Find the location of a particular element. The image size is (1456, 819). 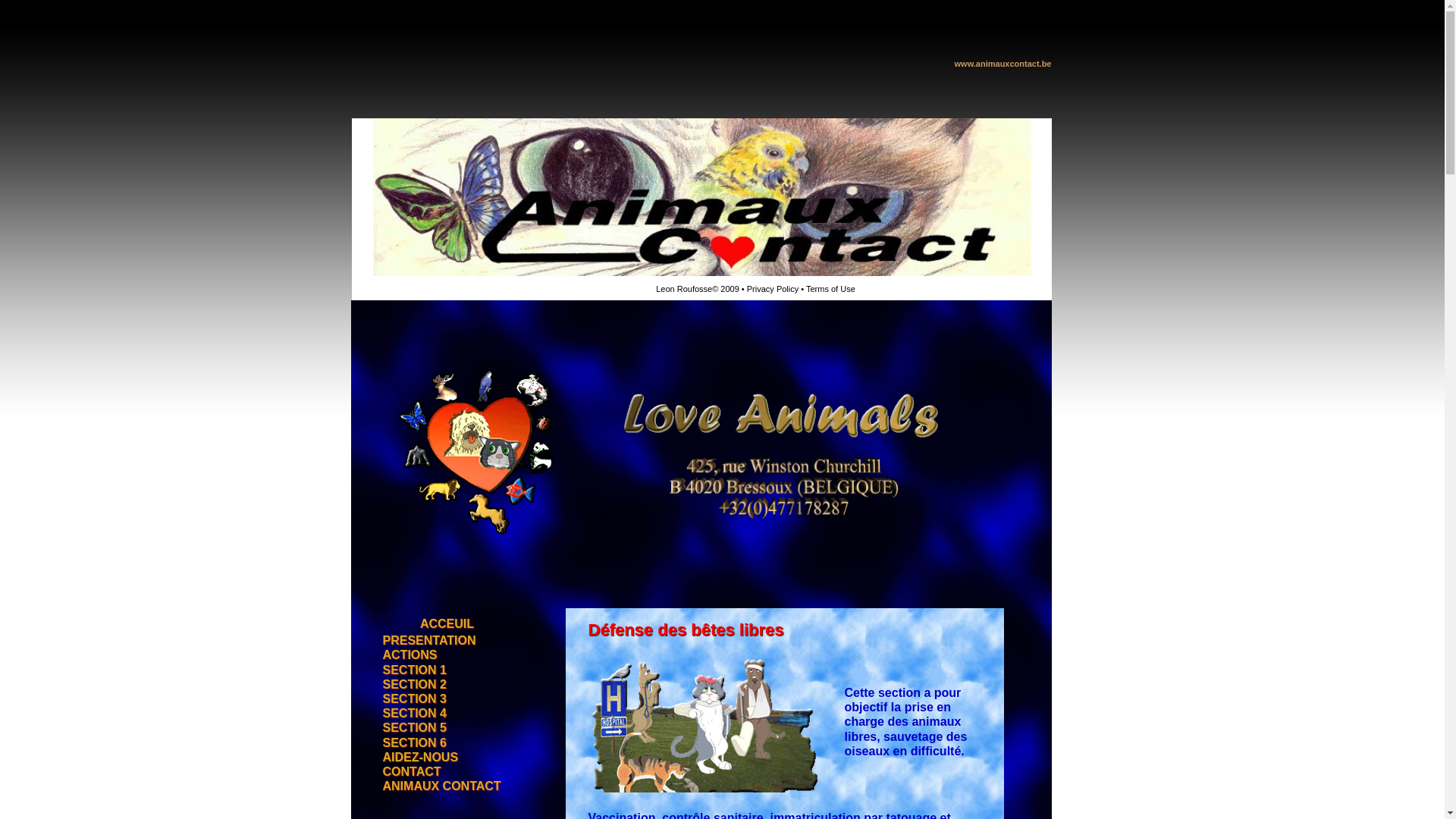

'SECTION 6' is located at coordinates (382, 742).